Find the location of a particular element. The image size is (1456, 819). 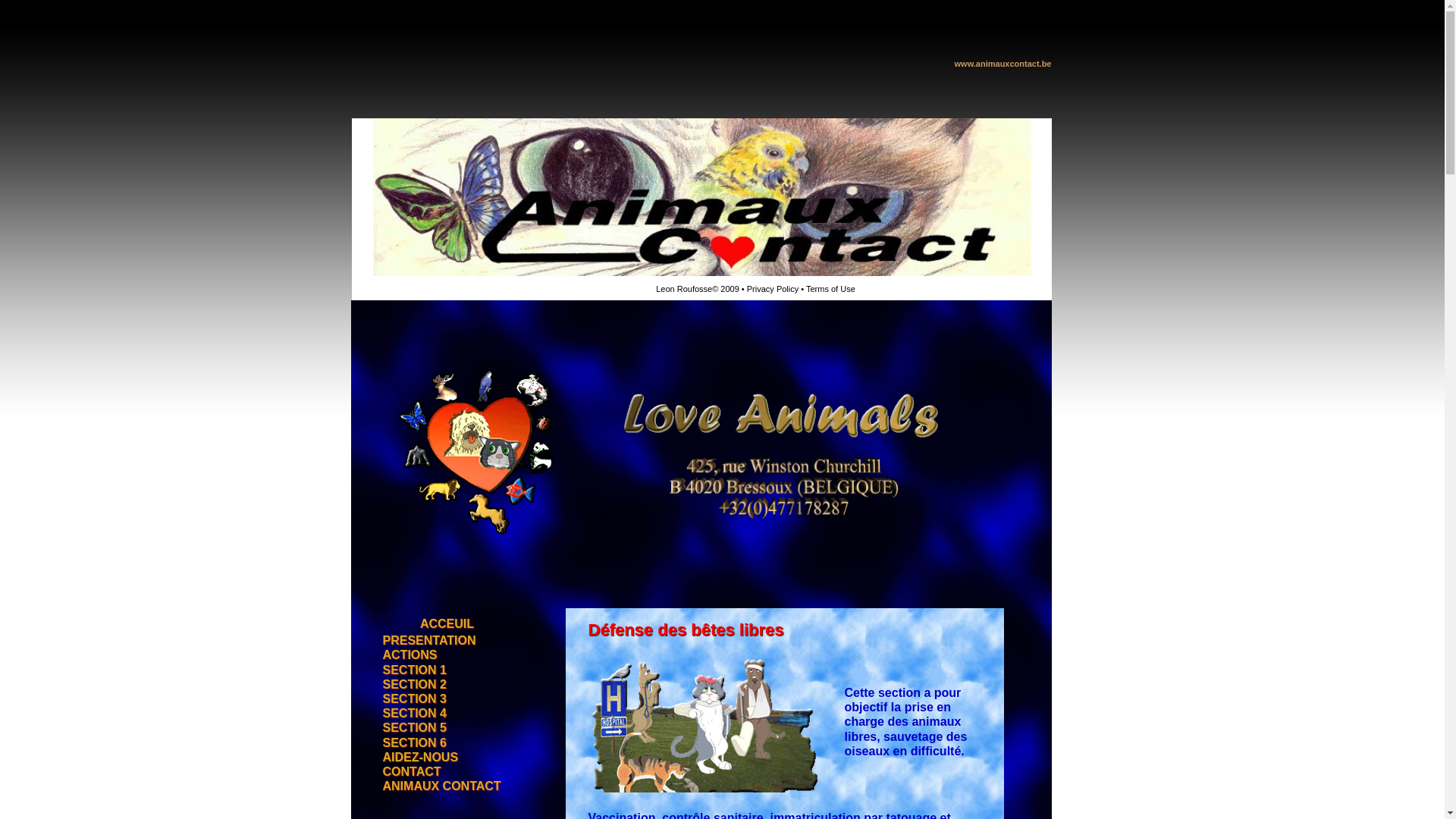

'SECTION 6' is located at coordinates (382, 742).